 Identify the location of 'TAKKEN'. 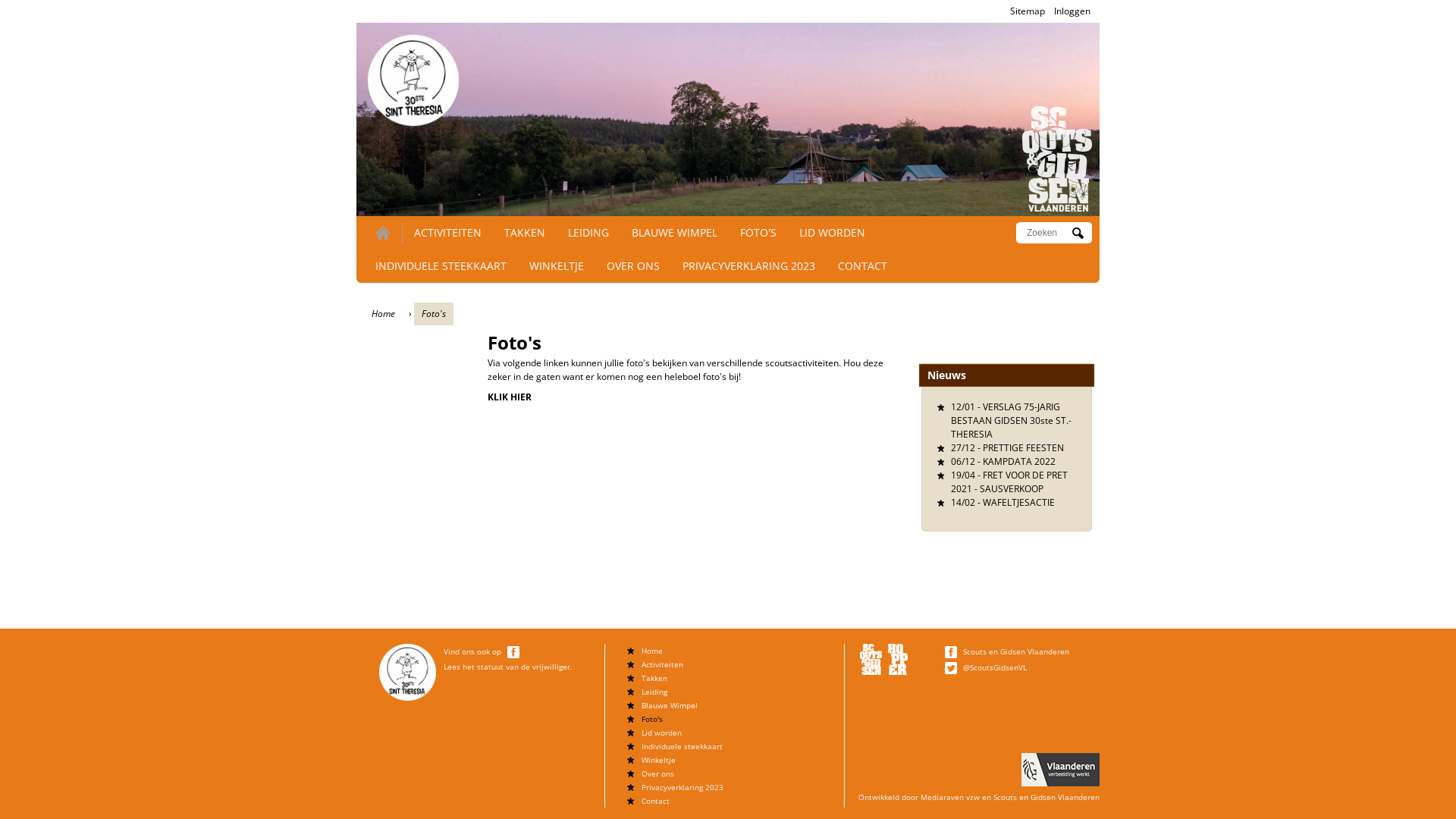
(524, 232).